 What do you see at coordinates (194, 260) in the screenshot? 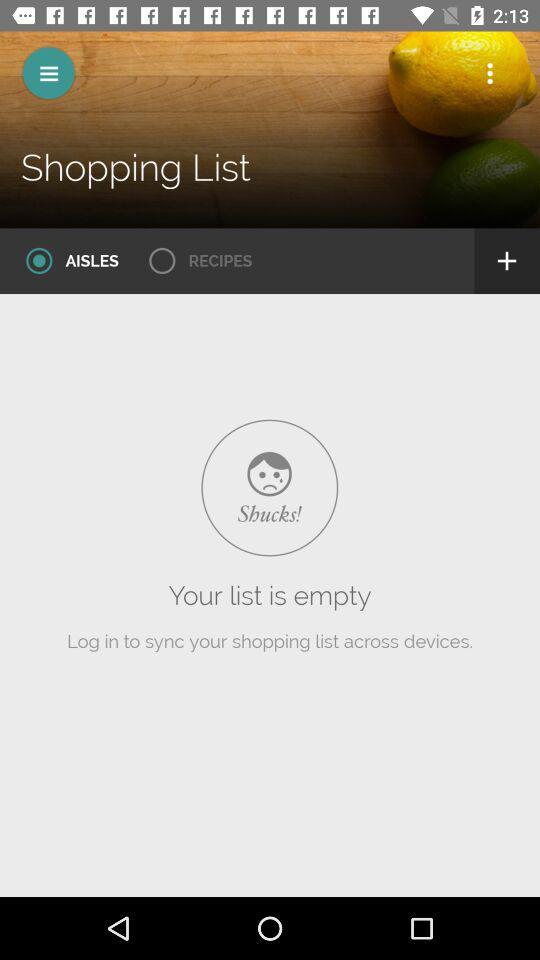
I see `recipe list` at bounding box center [194, 260].